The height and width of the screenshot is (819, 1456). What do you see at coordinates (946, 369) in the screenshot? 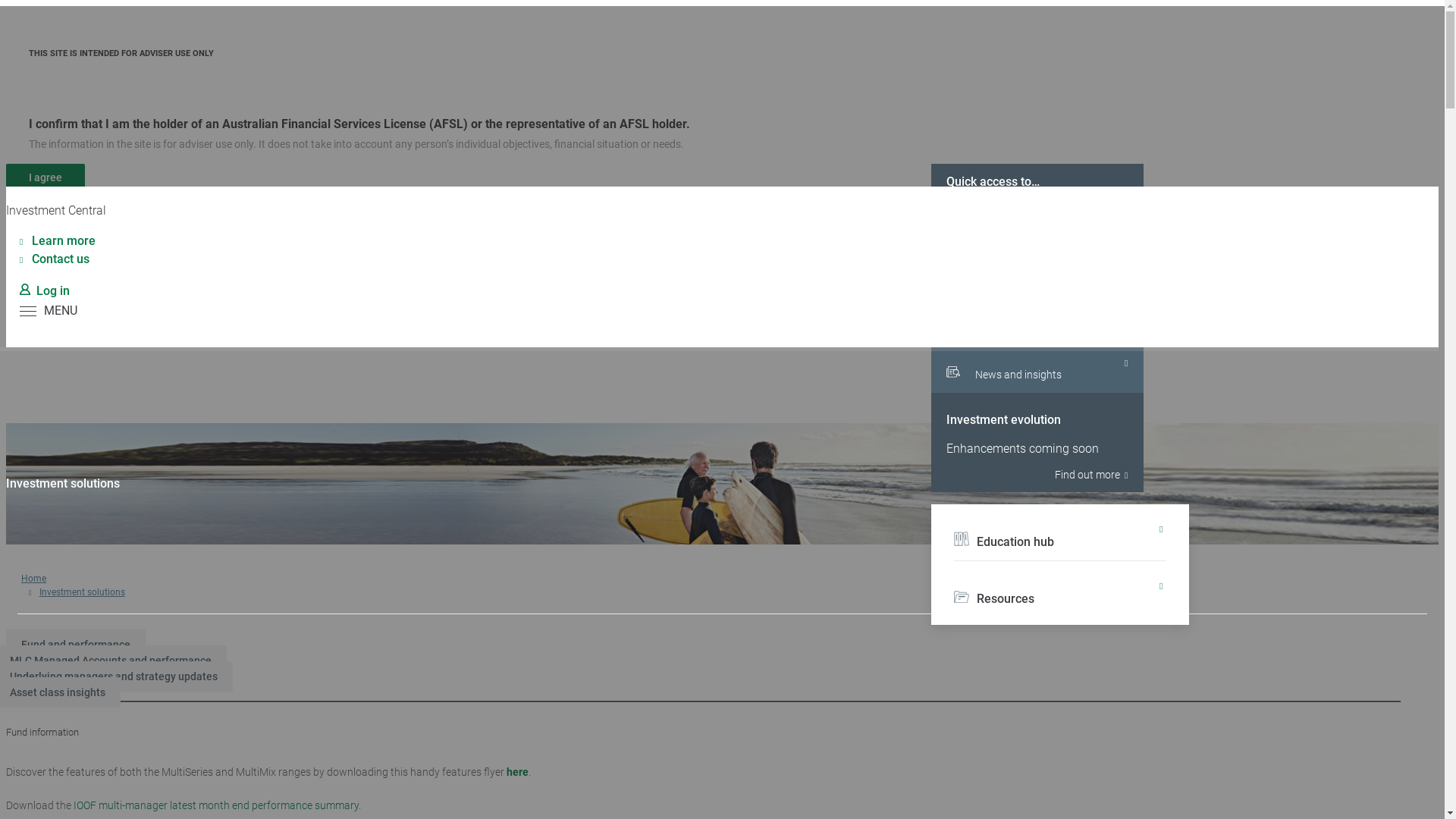
I see `'News and insights'` at bounding box center [946, 369].